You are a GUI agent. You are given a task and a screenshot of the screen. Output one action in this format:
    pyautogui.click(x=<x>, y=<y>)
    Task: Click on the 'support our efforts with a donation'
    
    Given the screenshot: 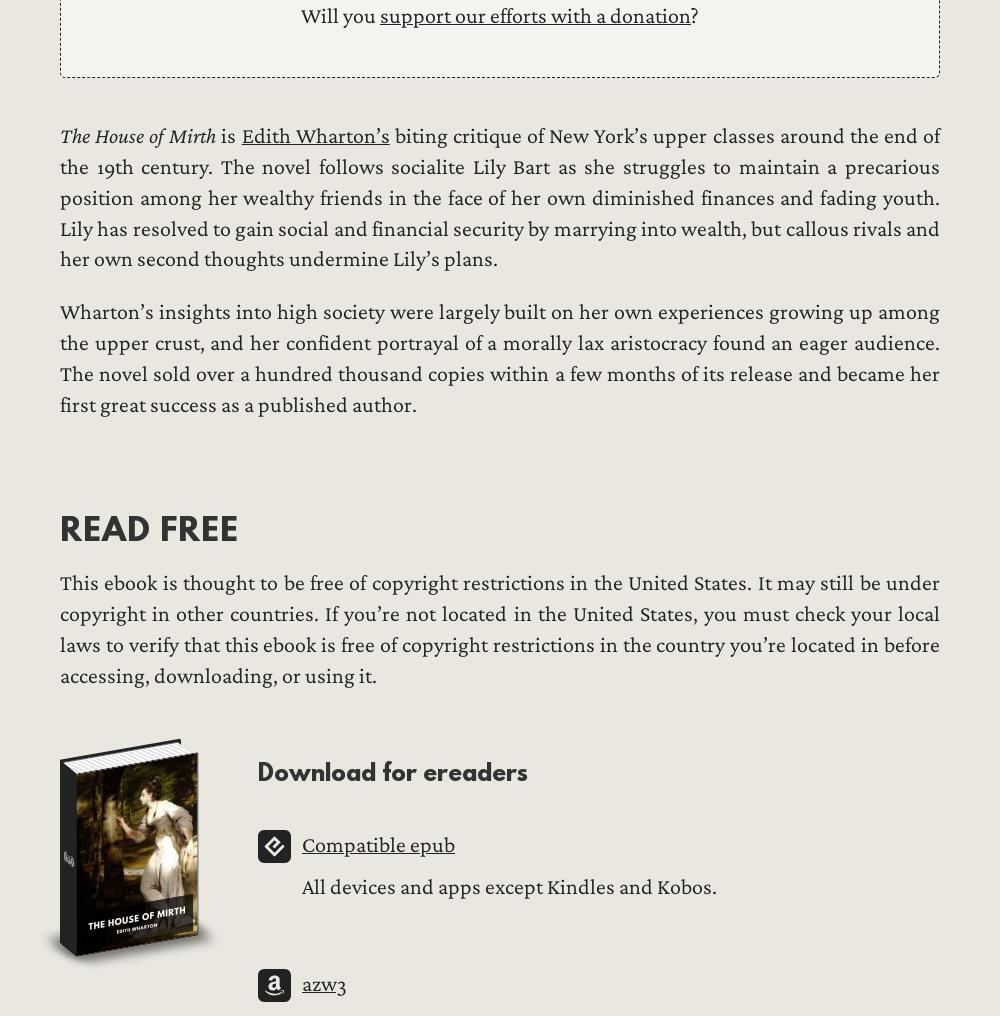 What is the action you would take?
    pyautogui.click(x=535, y=14)
    